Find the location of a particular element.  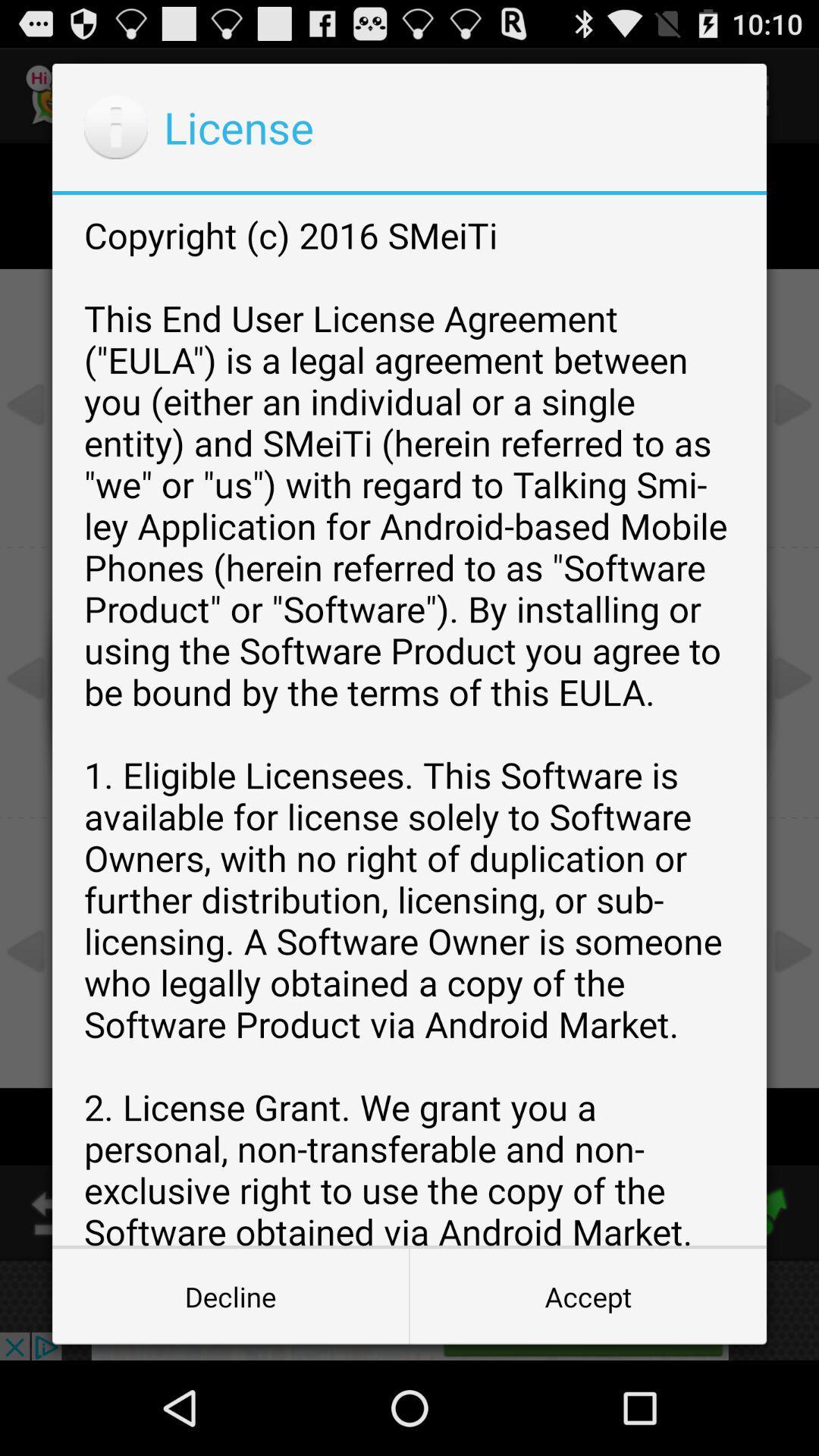

the accept is located at coordinates (587, 1295).